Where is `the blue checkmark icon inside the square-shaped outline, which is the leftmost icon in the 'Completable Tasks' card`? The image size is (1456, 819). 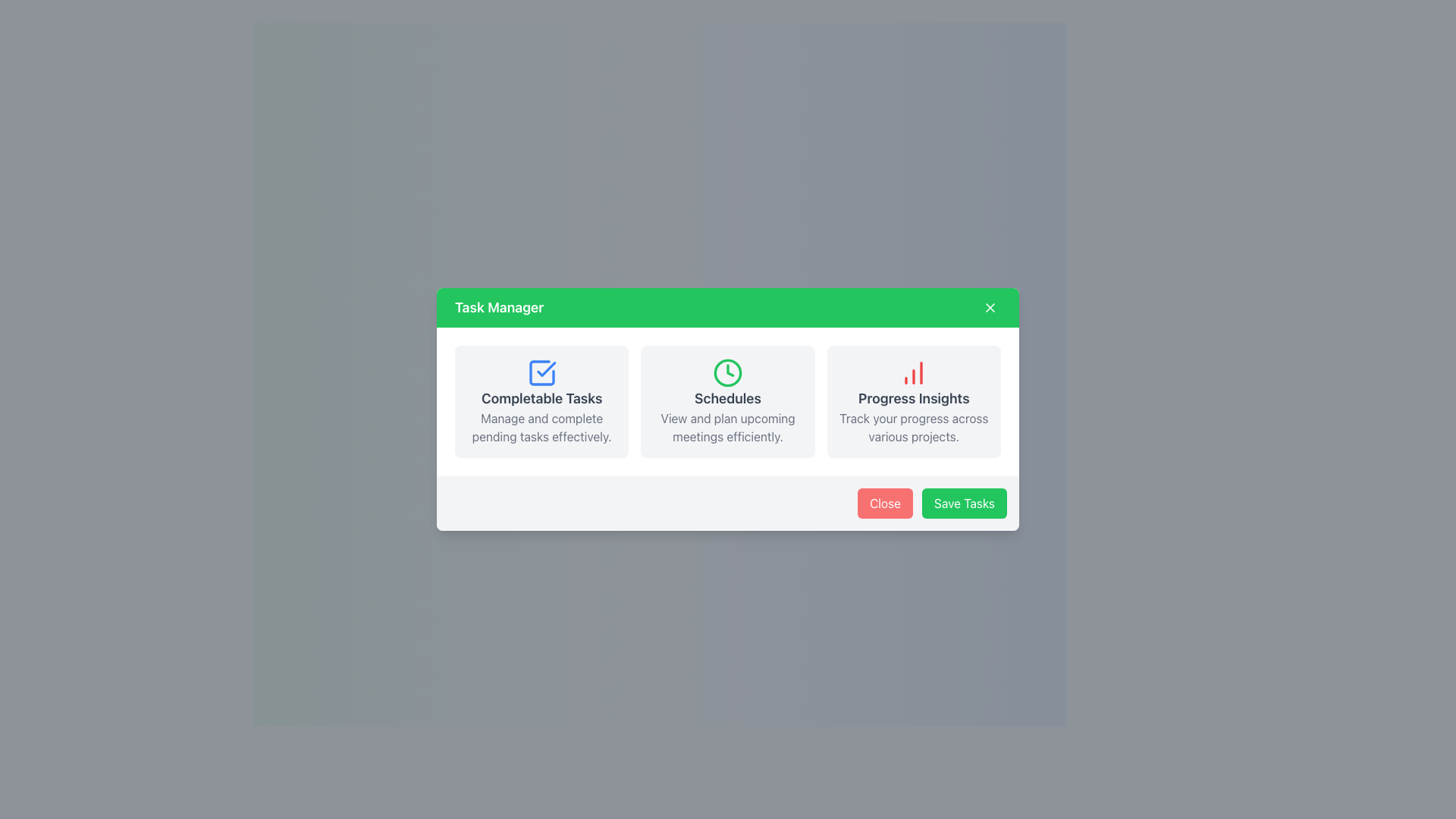
the blue checkmark icon inside the square-shaped outline, which is the leftmost icon in the 'Completable Tasks' card is located at coordinates (541, 373).